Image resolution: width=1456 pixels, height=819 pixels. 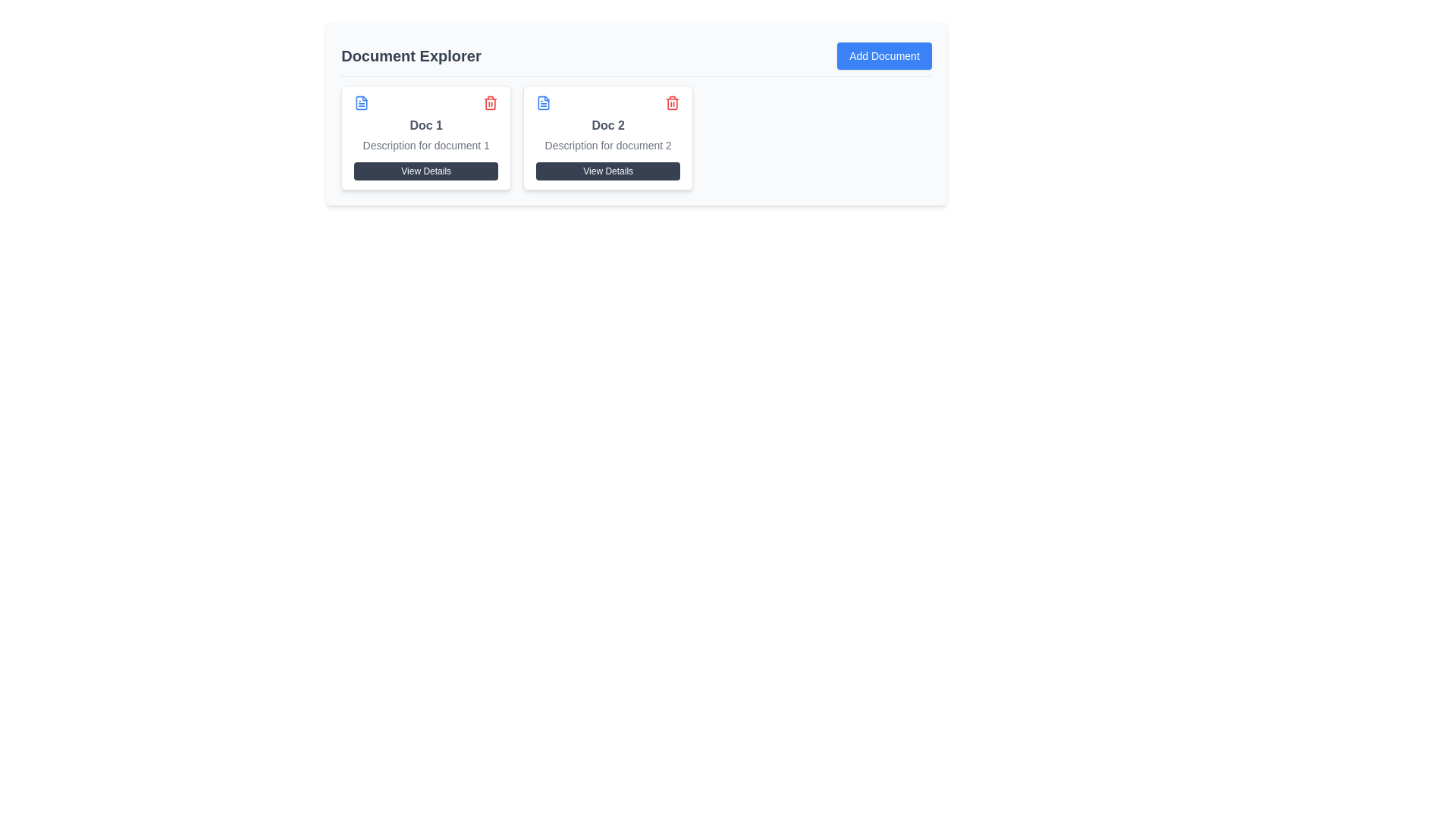 I want to click on the vibrant red trash can icon located in the 'Document Explorer' interface to the right of 'Doc 1' and above the 'View Details' button to initiate the delete action, so click(x=491, y=102).